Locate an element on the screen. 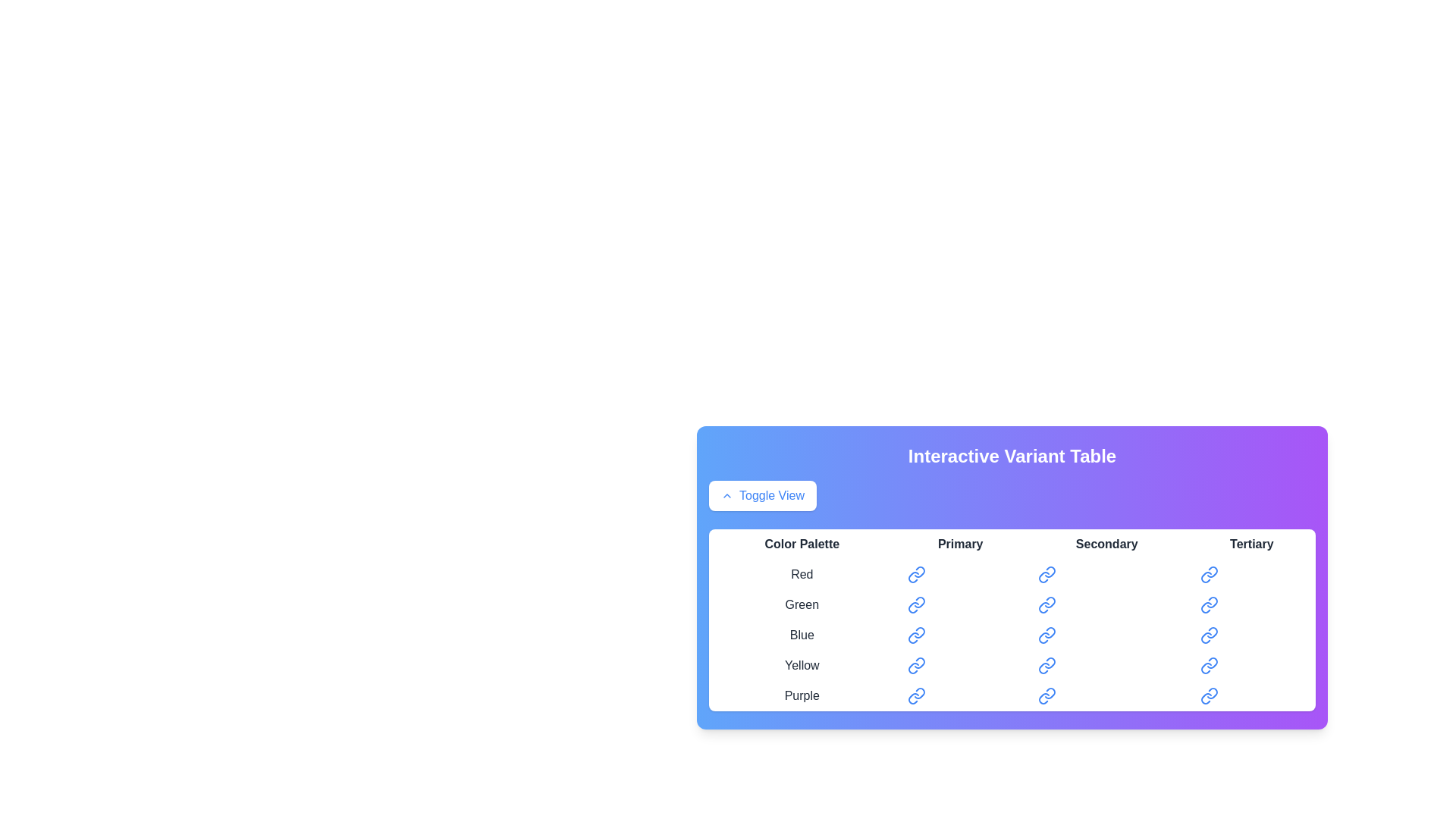 The width and height of the screenshot is (1456, 819). the first icon in the 'Tertiary' column of the table that represents a link for the 'Green' color palette is located at coordinates (1211, 601).